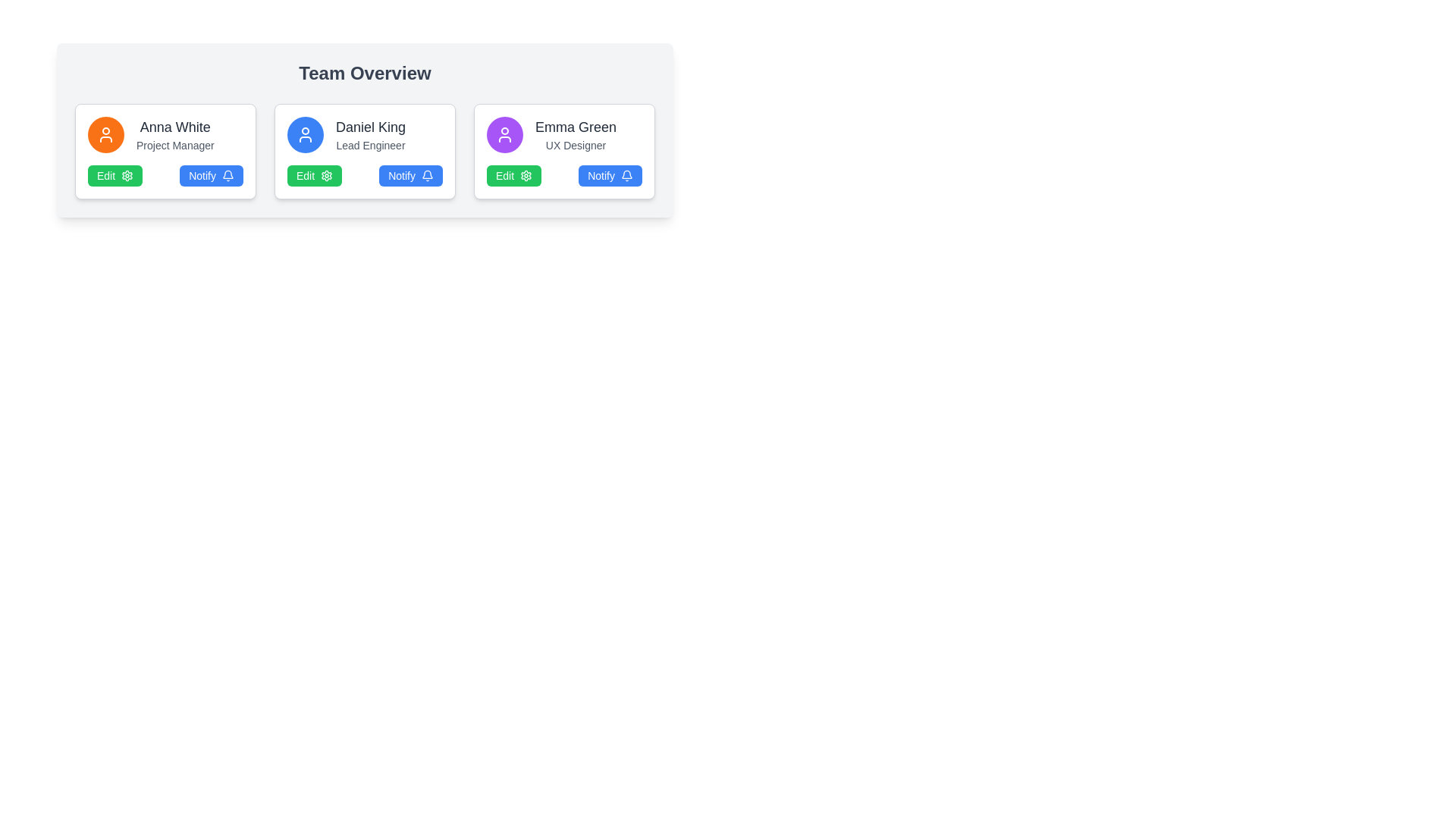  What do you see at coordinates (427, 174) in the screenshot?
I see `the notification bell icon located to the right of the 'Notify' text in the button of the second card under 'Team Overview'` at bounding box center [427, 174].